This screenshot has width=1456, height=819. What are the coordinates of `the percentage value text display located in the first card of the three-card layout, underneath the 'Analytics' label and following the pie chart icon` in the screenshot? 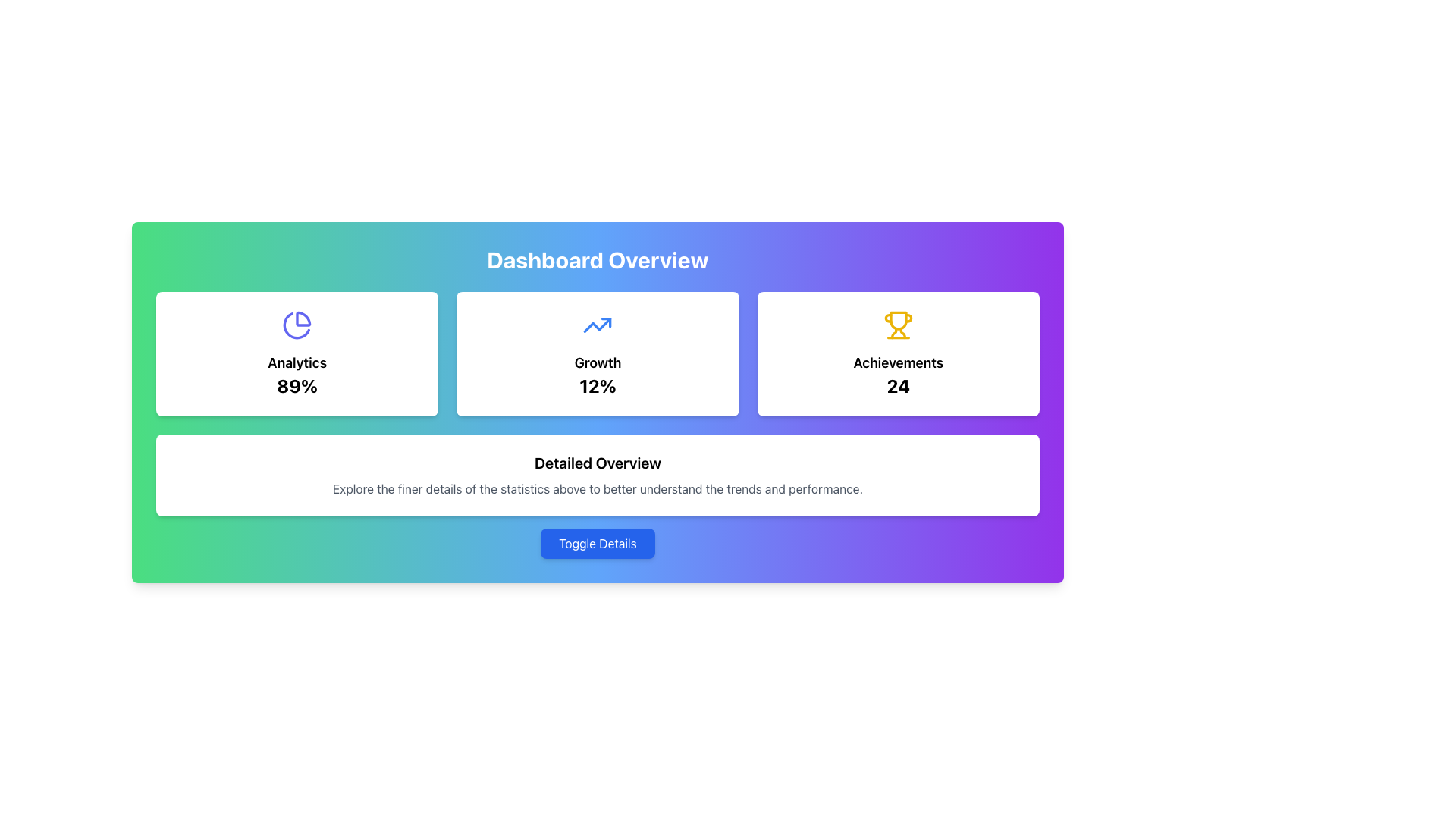 It's located at (297, 385).